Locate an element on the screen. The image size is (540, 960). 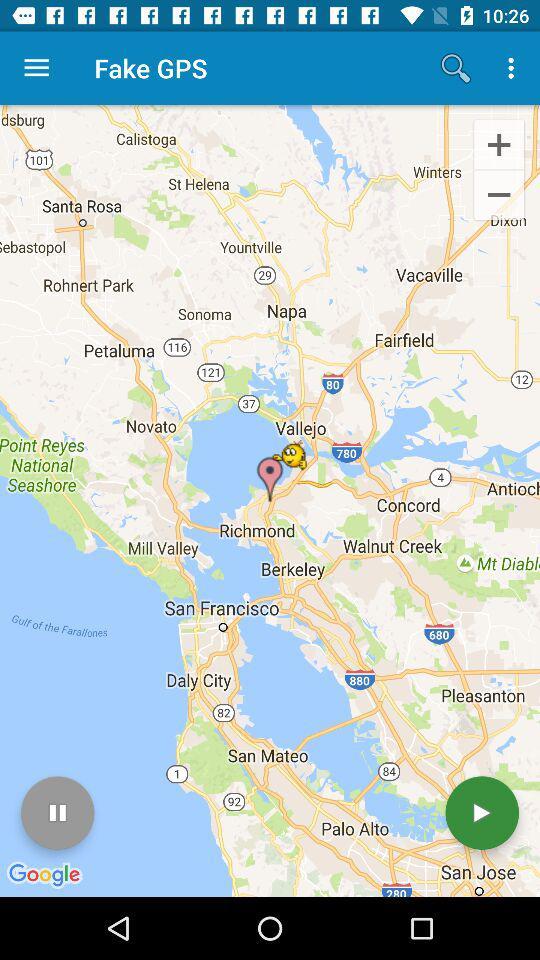
the pause icon is located at coordinates (57, 813).